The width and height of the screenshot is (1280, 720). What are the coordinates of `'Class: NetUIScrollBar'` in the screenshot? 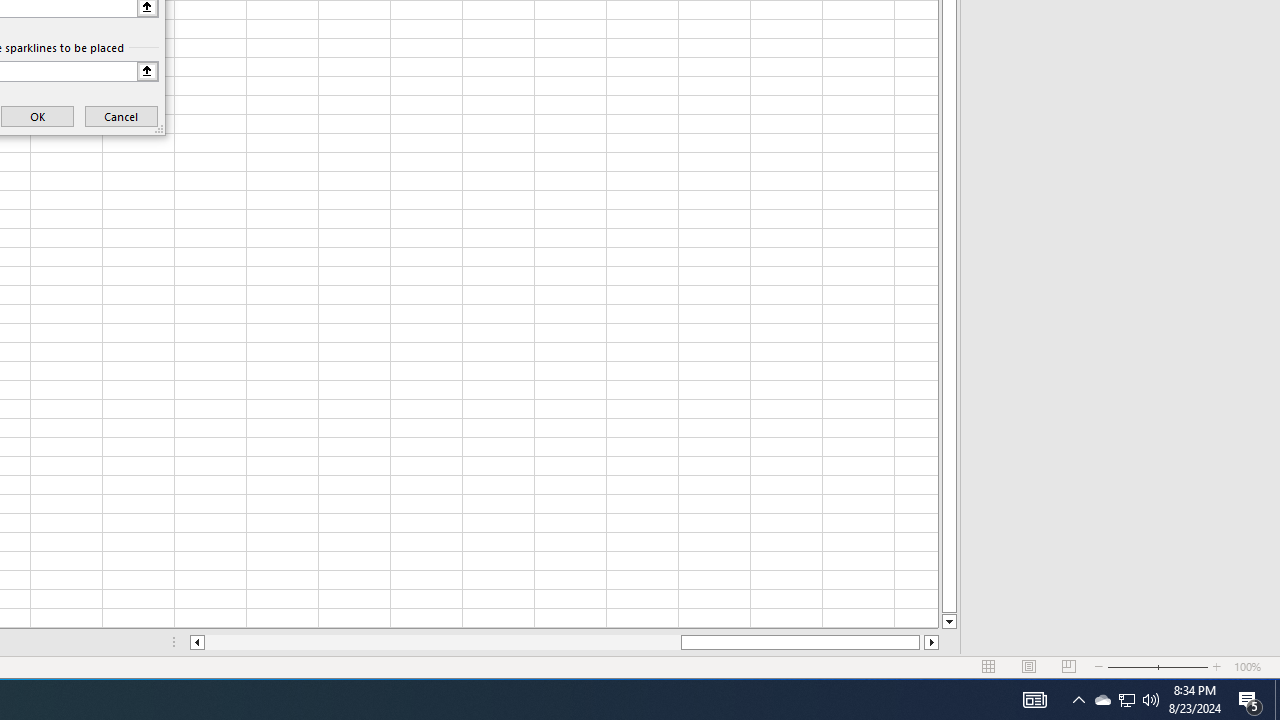 It's located at (563, 642).